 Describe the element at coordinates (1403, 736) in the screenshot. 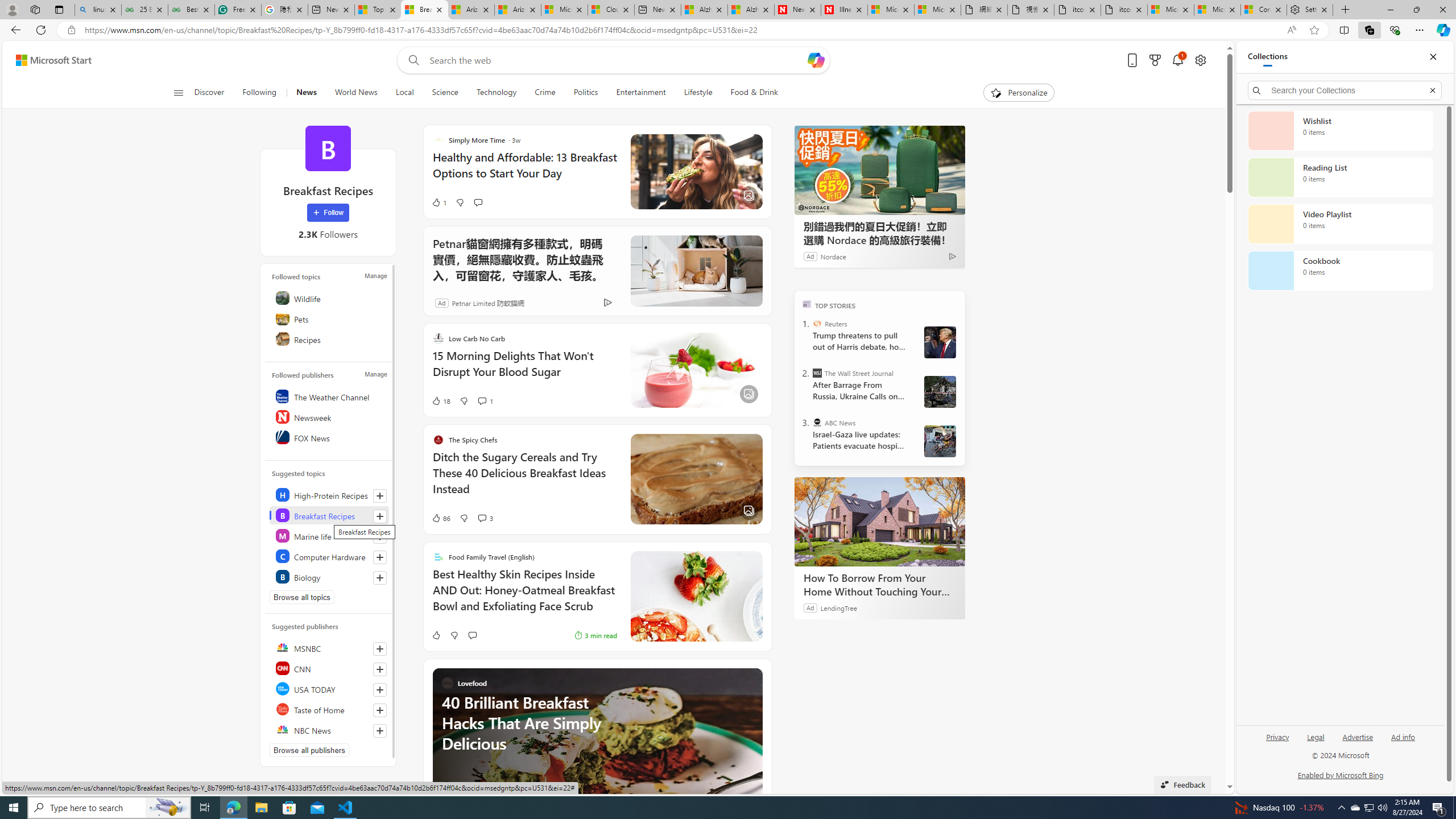

I see `'Ad info'` at that location.